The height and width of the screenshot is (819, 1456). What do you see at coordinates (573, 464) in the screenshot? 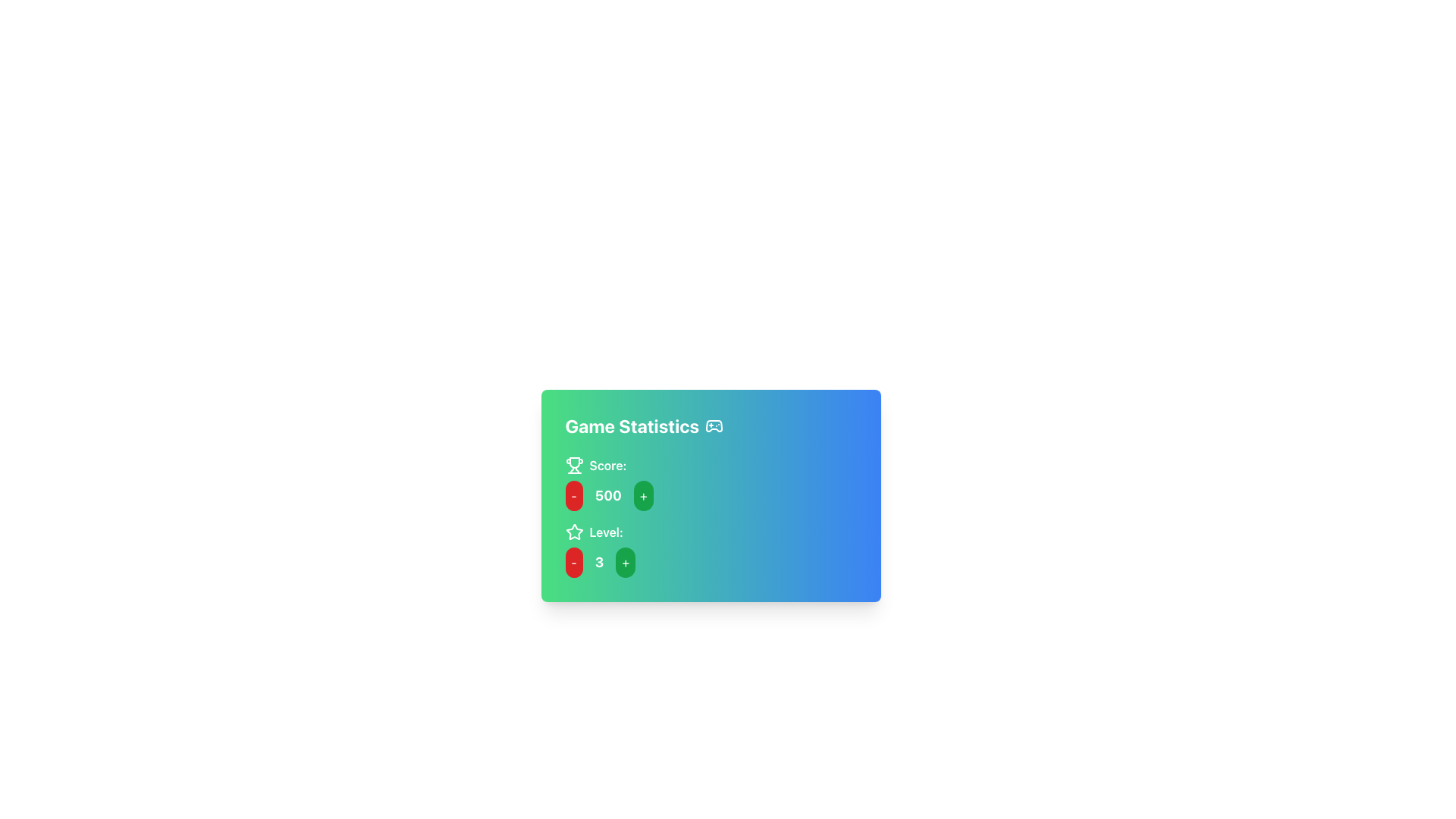
I see `visual reference on the trophy-shaped icon located` at bounding box center [573, 464].